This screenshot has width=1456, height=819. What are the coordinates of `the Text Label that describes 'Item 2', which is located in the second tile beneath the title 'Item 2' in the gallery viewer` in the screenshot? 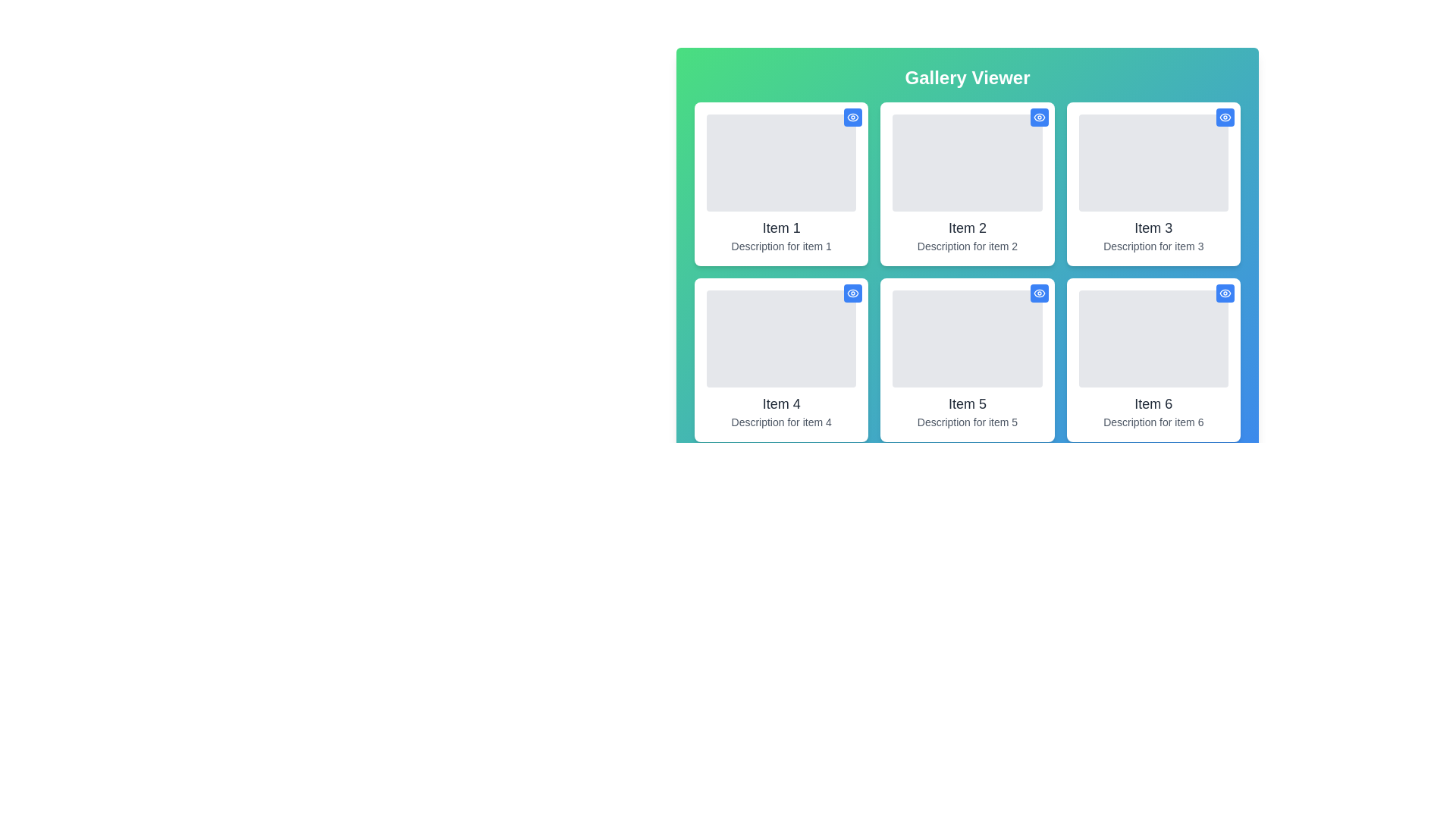 It's located at (967, 245).